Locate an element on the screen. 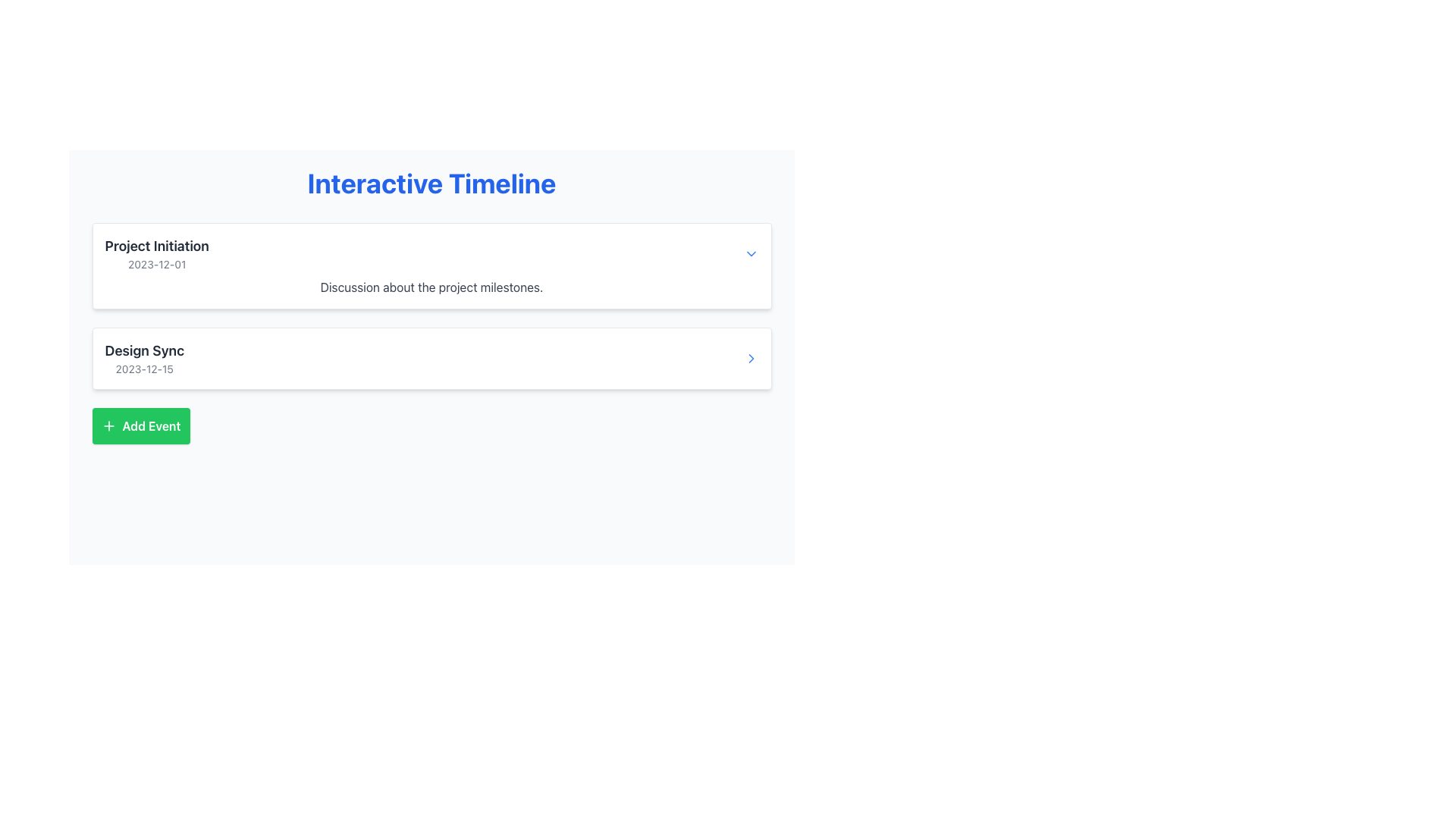 This screenshot has width=1456, height=819. the text label displaying the date '2023-12-15', which is styled in a smaller light gray font and positioned beneath the bold title 'Design Sync' within a timeline card interface is located at coordinates (144, 369).